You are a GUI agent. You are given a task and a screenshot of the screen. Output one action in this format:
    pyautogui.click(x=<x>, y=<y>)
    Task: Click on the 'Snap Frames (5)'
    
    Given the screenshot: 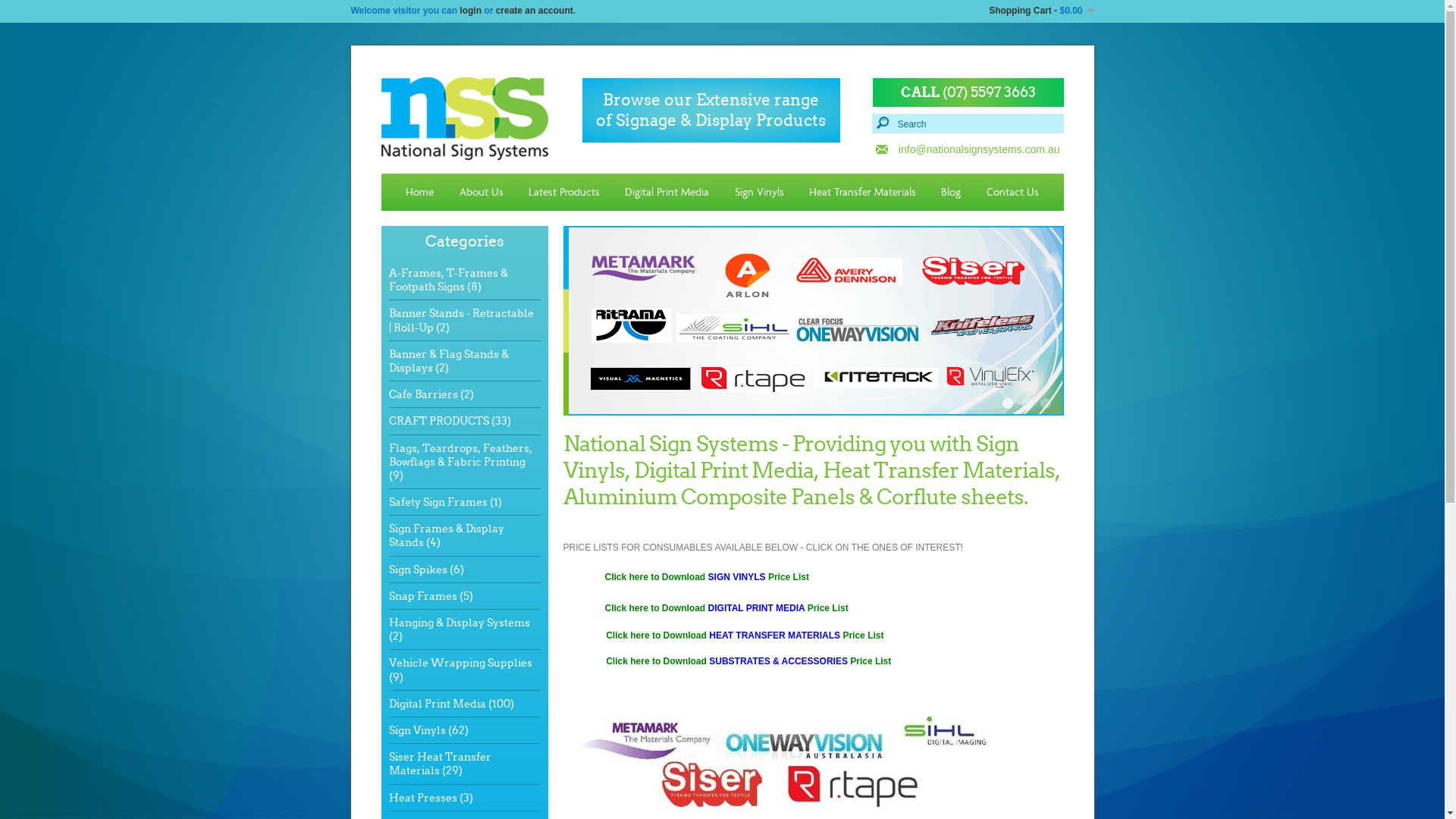 What is the action you would take?
    pyautogui.click(x=429, y=595)
    